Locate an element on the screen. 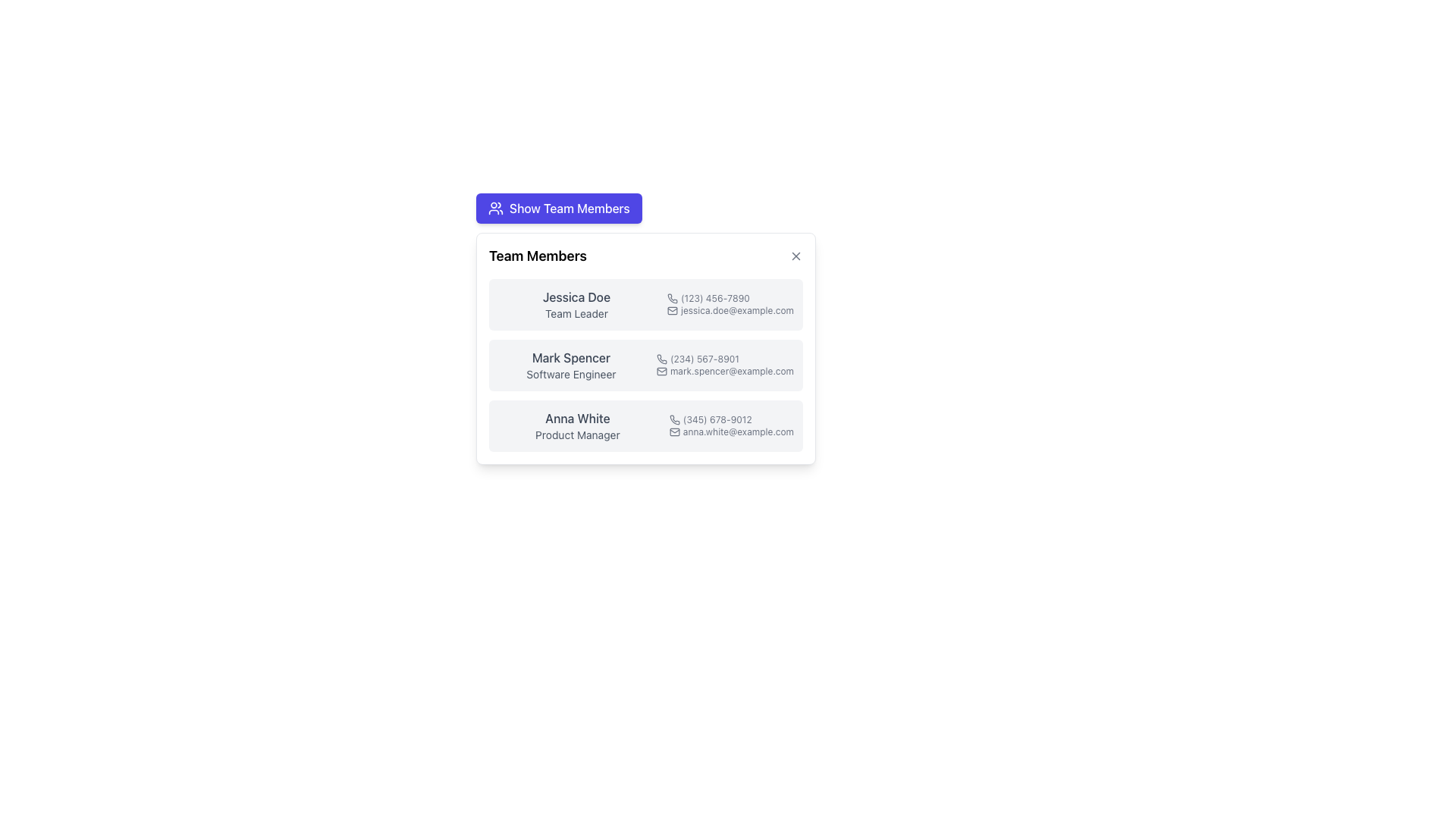  the informational text label displaying the job title associated with 'Anna White', located at the bottom of the third card in the vertical list of team members is located at coordinates (576, 435).